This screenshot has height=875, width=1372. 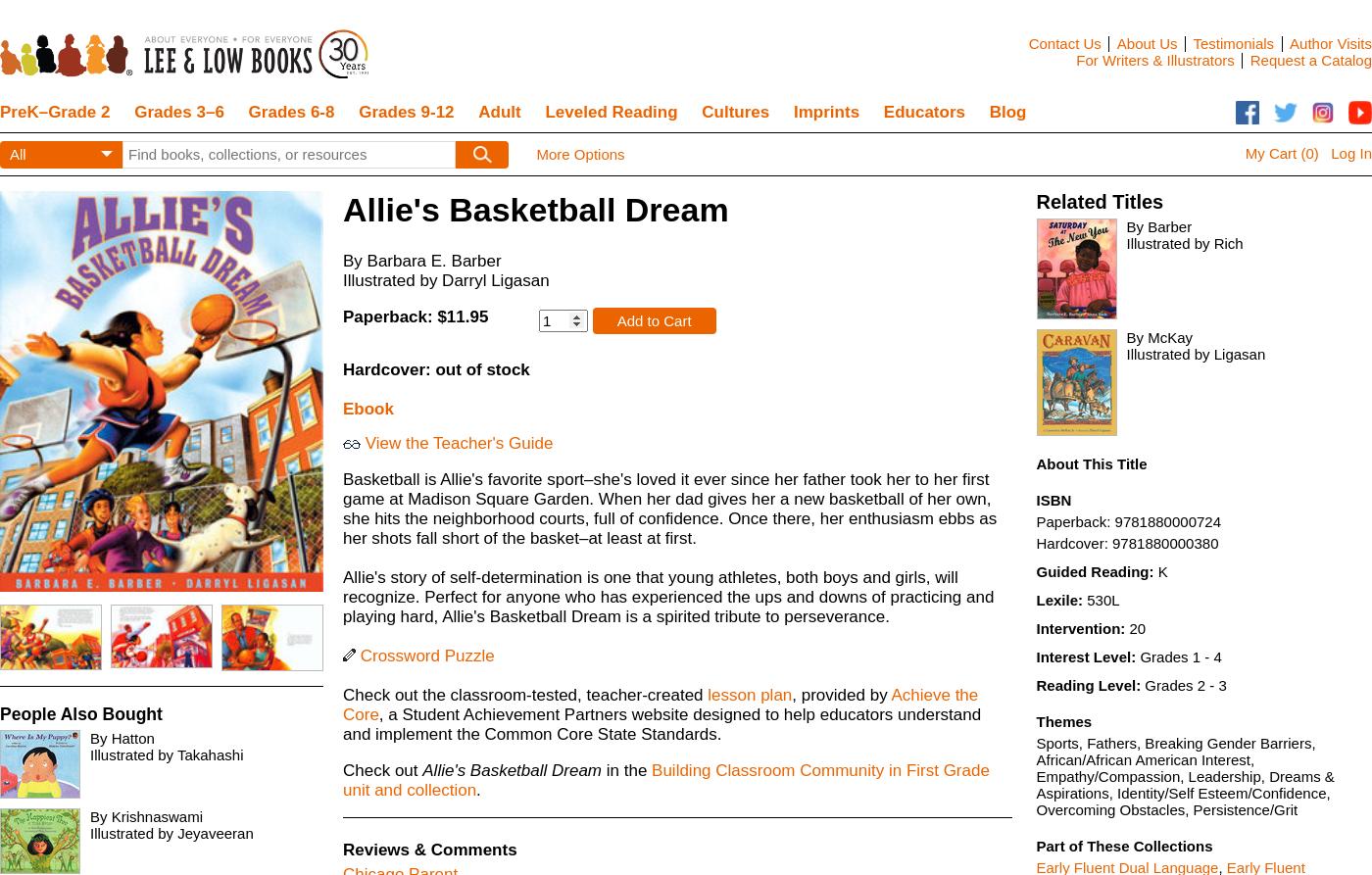 I want to click on 'Related Titles', so click(x=1099, y=201).